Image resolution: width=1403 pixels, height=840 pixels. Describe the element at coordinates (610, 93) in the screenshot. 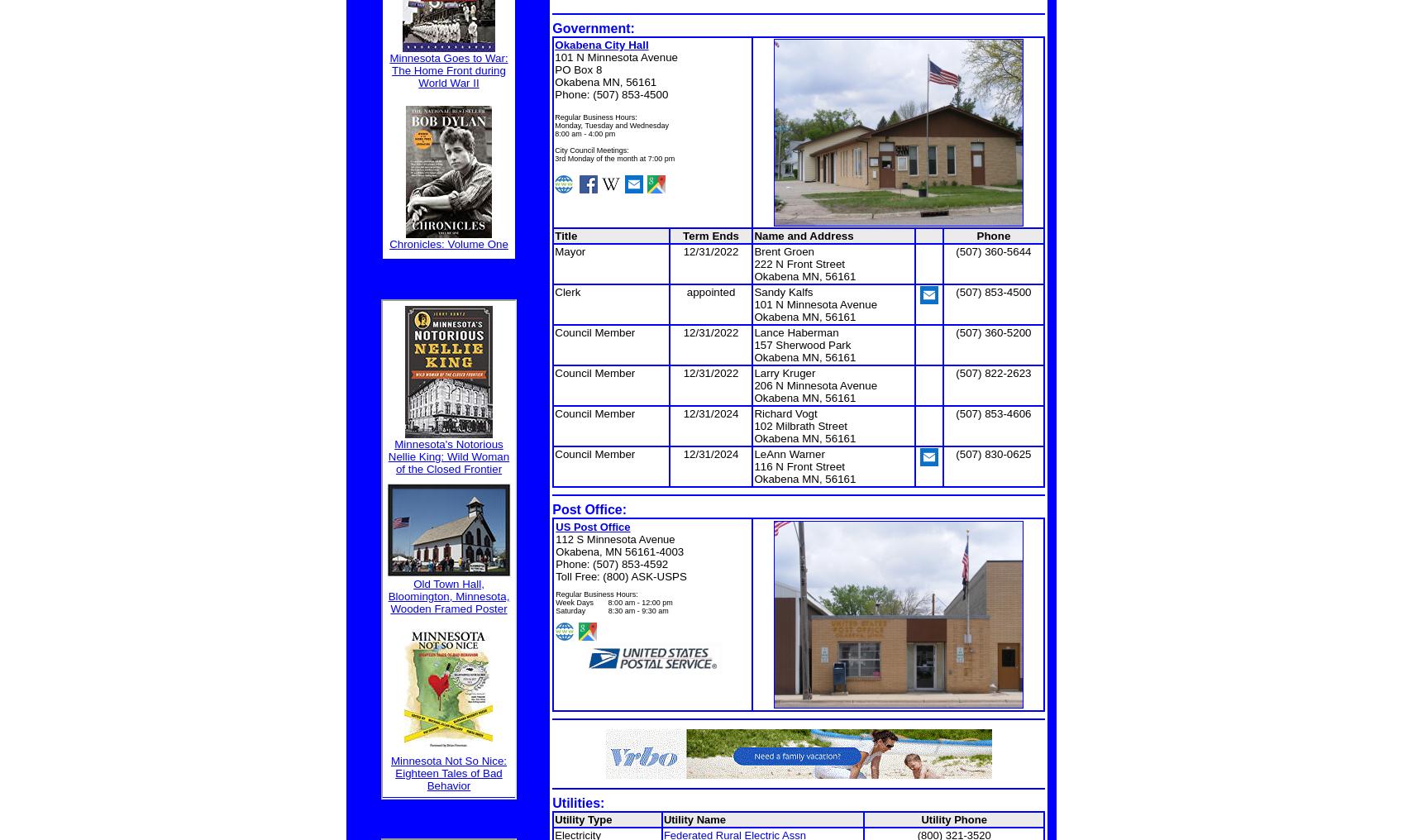

I see `'Phone: (507) 853-4500'` at that location.